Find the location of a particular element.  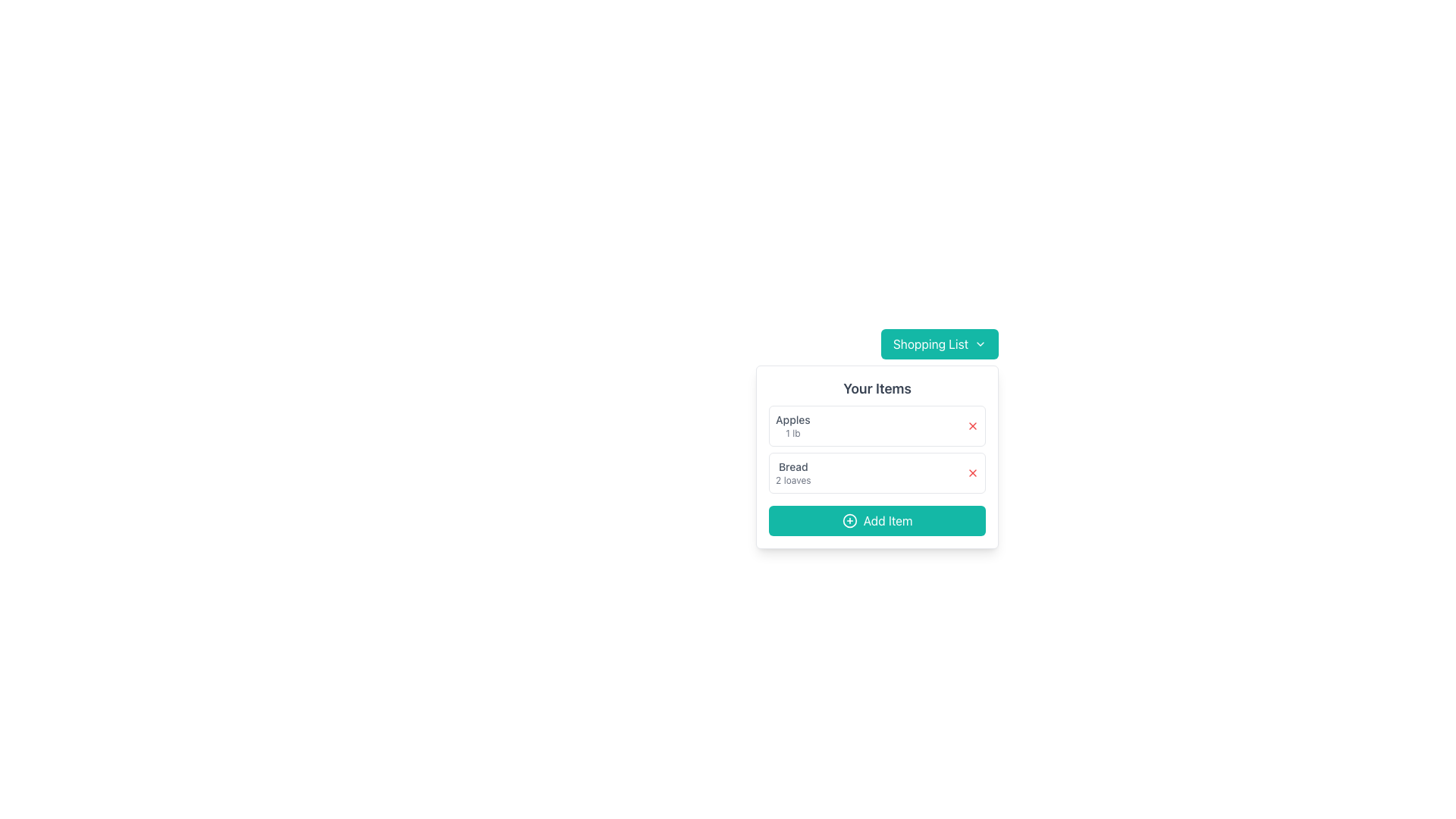

the circular add icon with a plus symbol inside the 'Add Item' button, which is styled with a teal stroke and is located to the left of the text is located at coordinates (849, 519).